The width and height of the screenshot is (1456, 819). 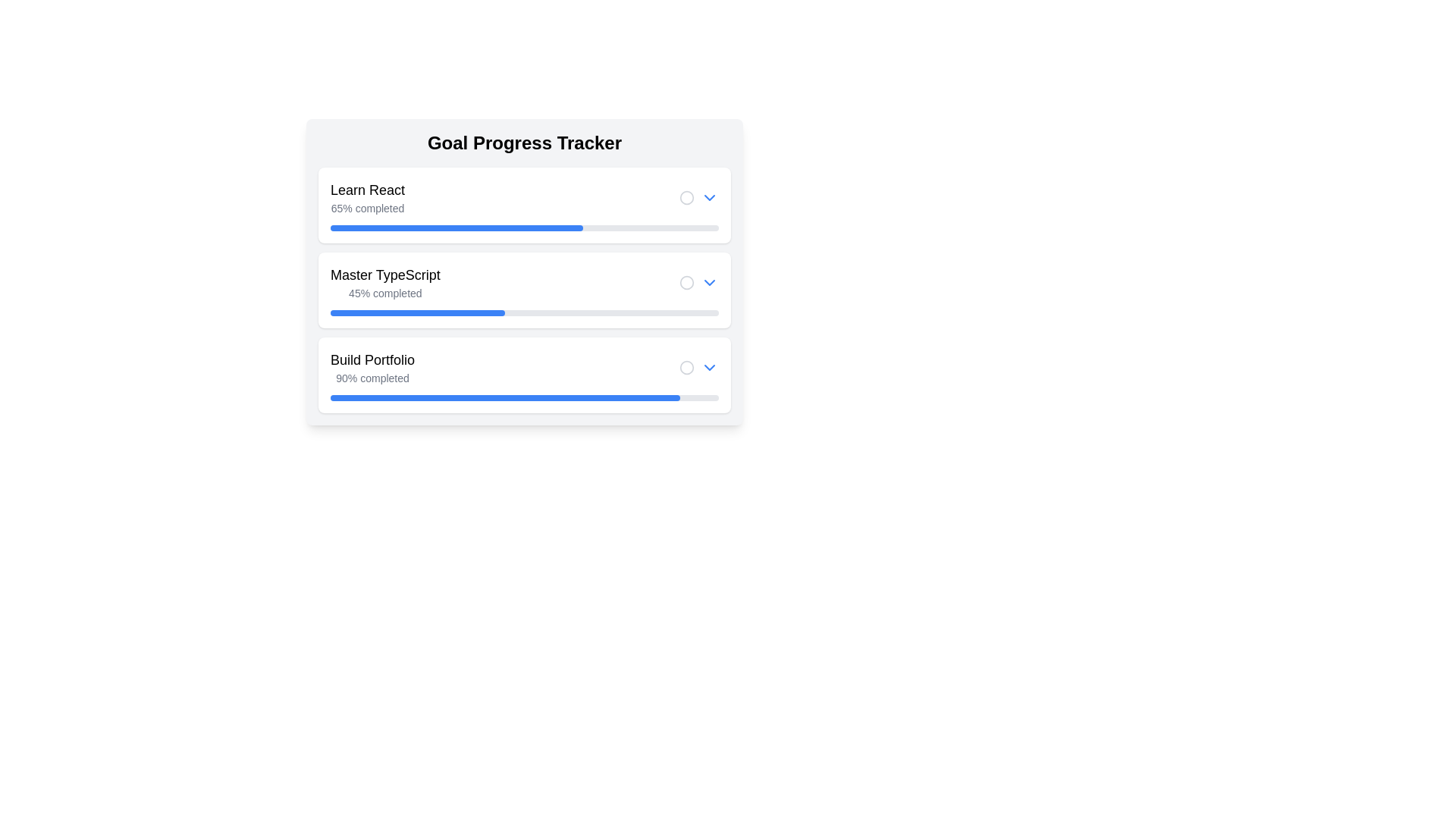 I want to click on the clickable button for expanding or collapsing additional information associated with the 'Build Portfolio' goal item, located to the right of the goal title and progress bar, so click(x=709, y=368).